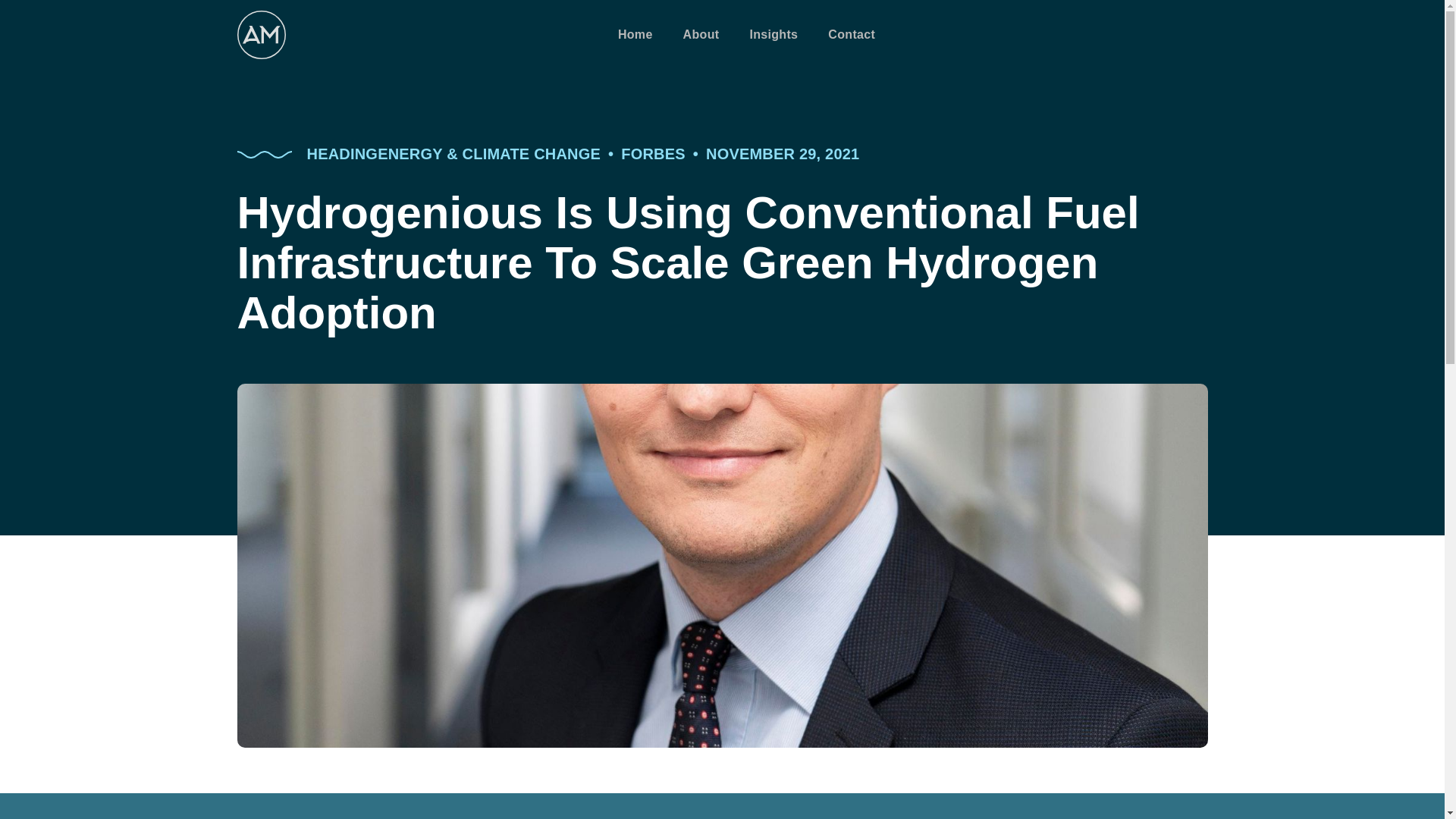 Image resolution: width=1456 pixels, height=819 pixels. Describe the element at coordinates (852, 34) in the screenshot. I see `'Contact'` at that location.